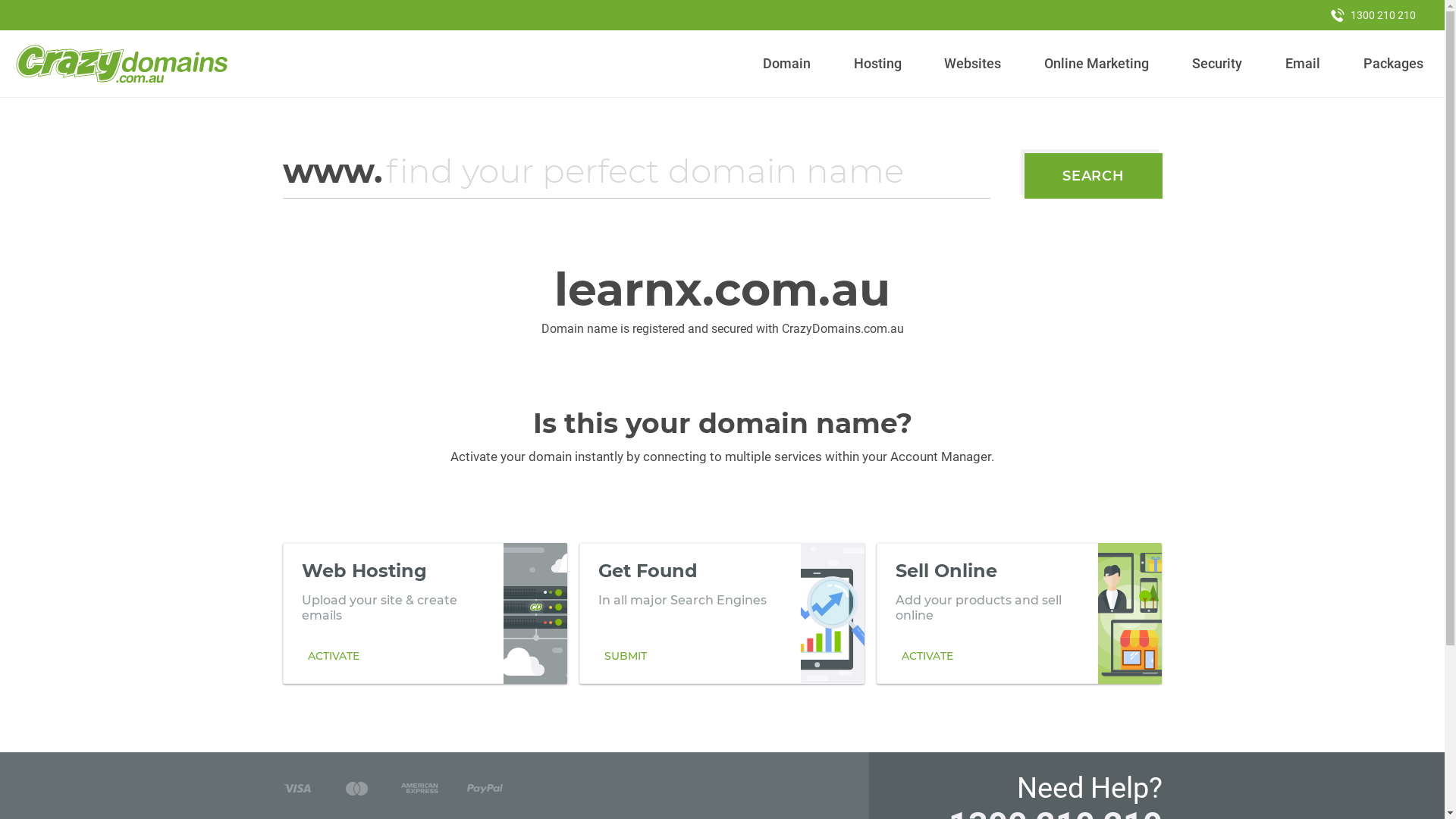 This screenshot has width=1456, height=819. I want to click on '1300 210 210', so click(1373, 14).